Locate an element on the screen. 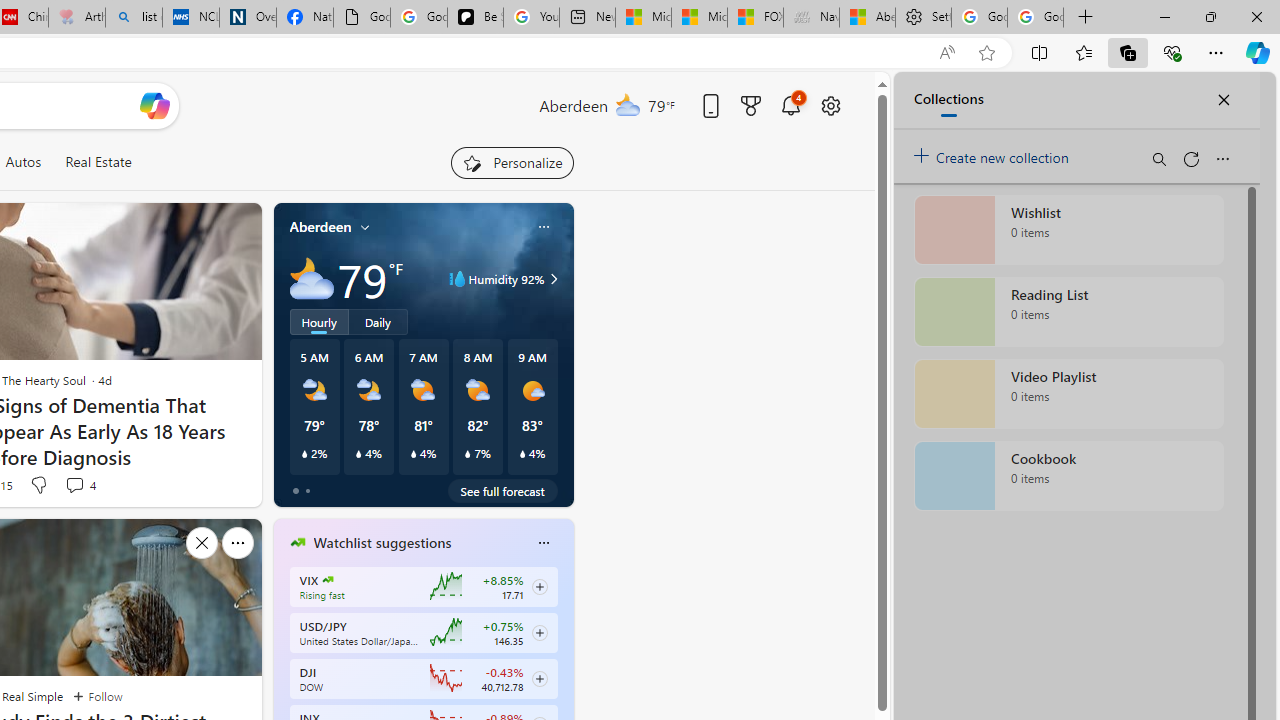 Image resolution: width=1280 pixels, height=720 pixels. 'Mostly cloudy' is located at coordinates (310, 279).